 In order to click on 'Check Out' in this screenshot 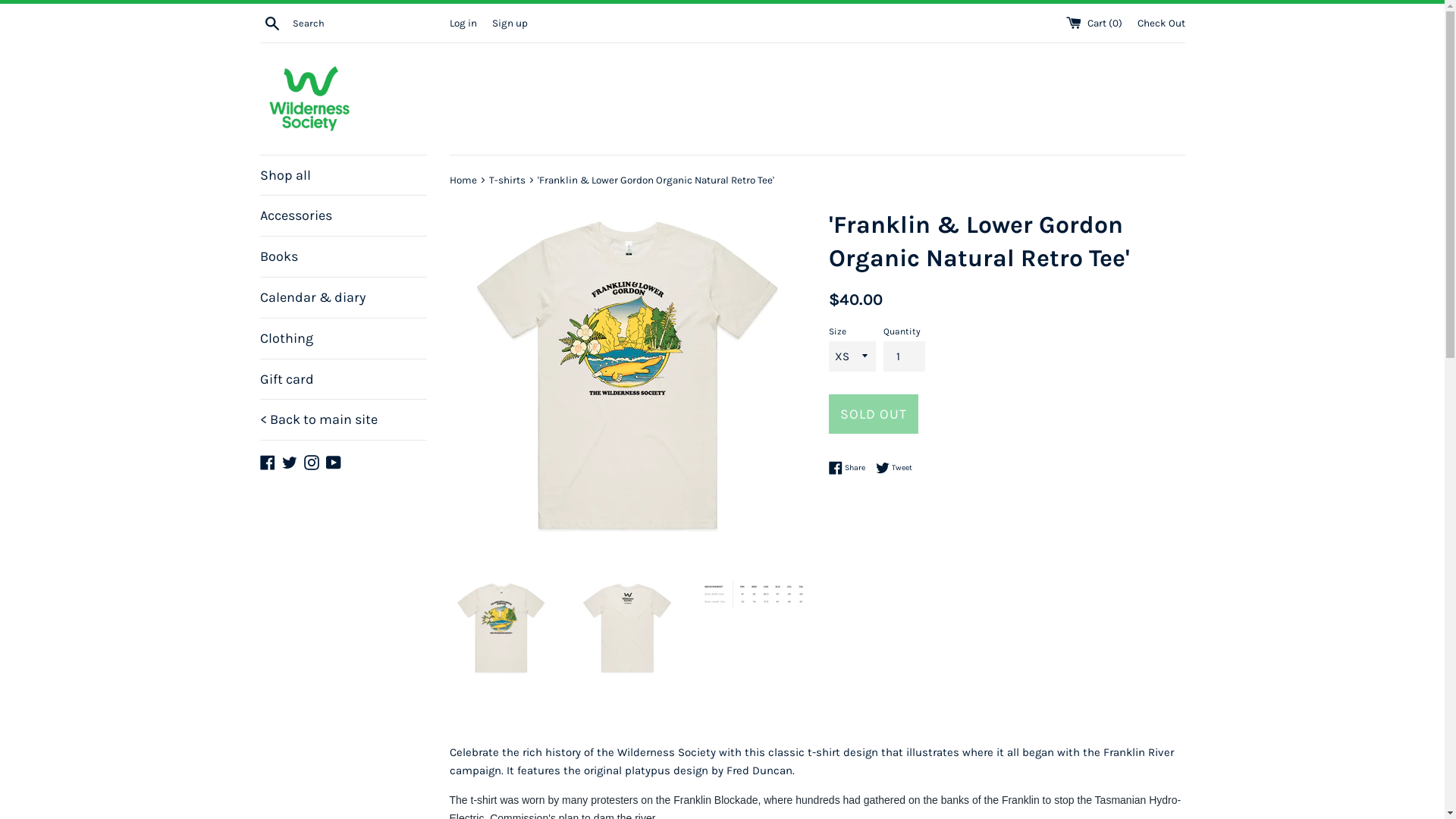, I will do `click(1137, 22)`.